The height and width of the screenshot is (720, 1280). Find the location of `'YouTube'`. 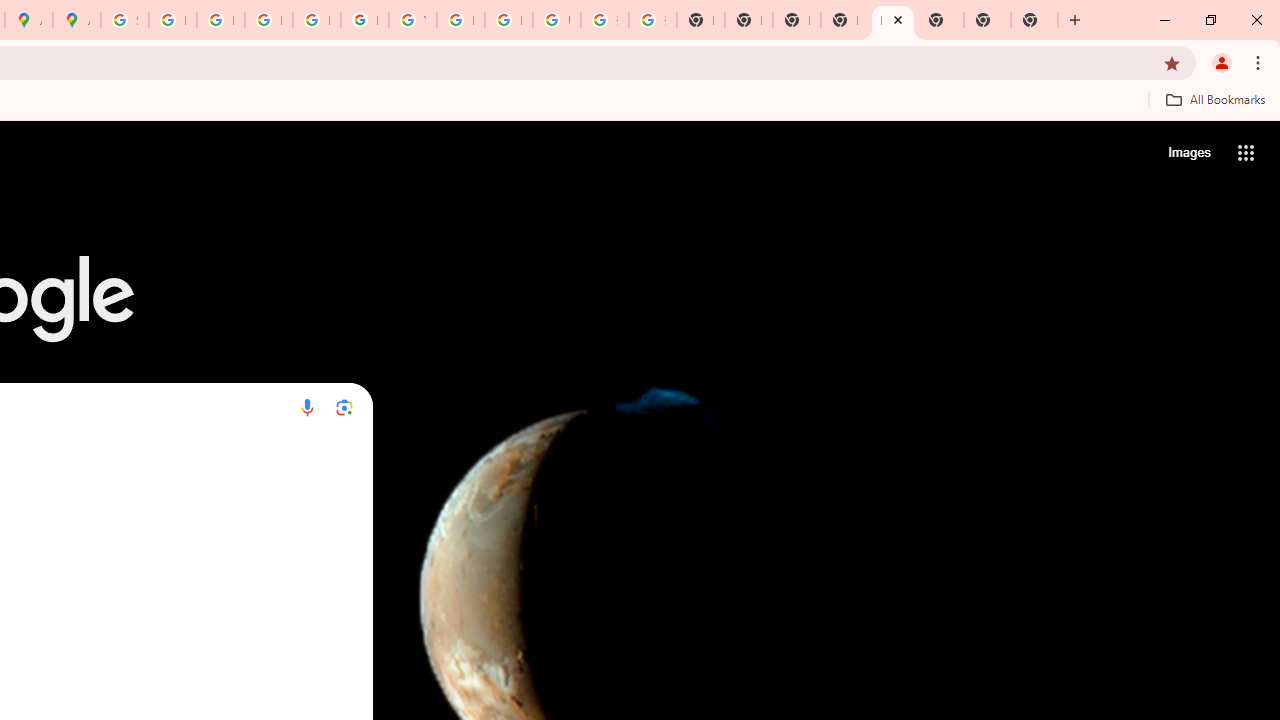

'YouTube' is located at coordinates (411, 20).